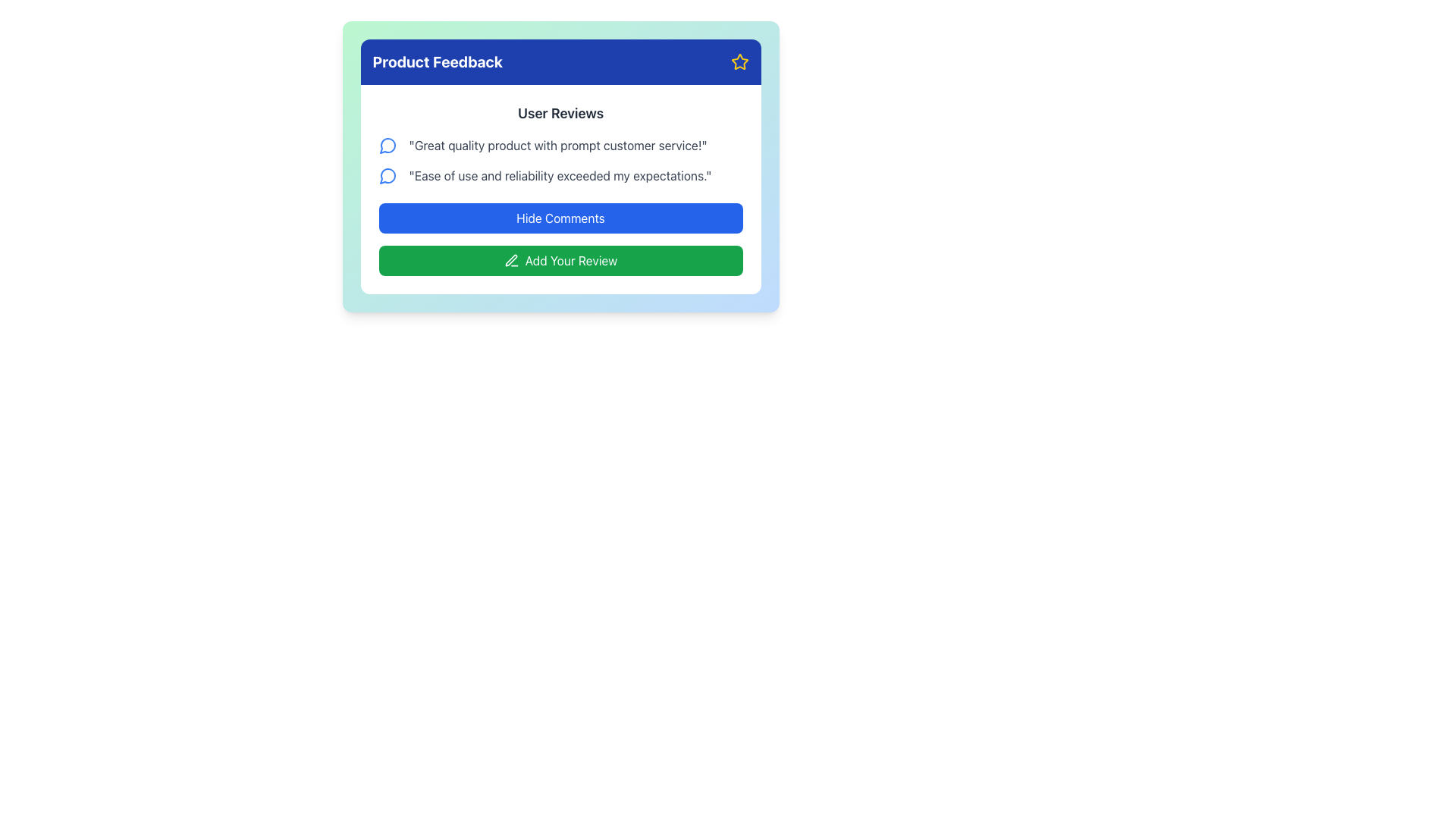  Describe the element at coordinates (739, 61) in the screenshot. I see `the yellow outlined star-shaped icon with a hollow center located in the top-right corner of the 'Product Feedback' header section` at that location.